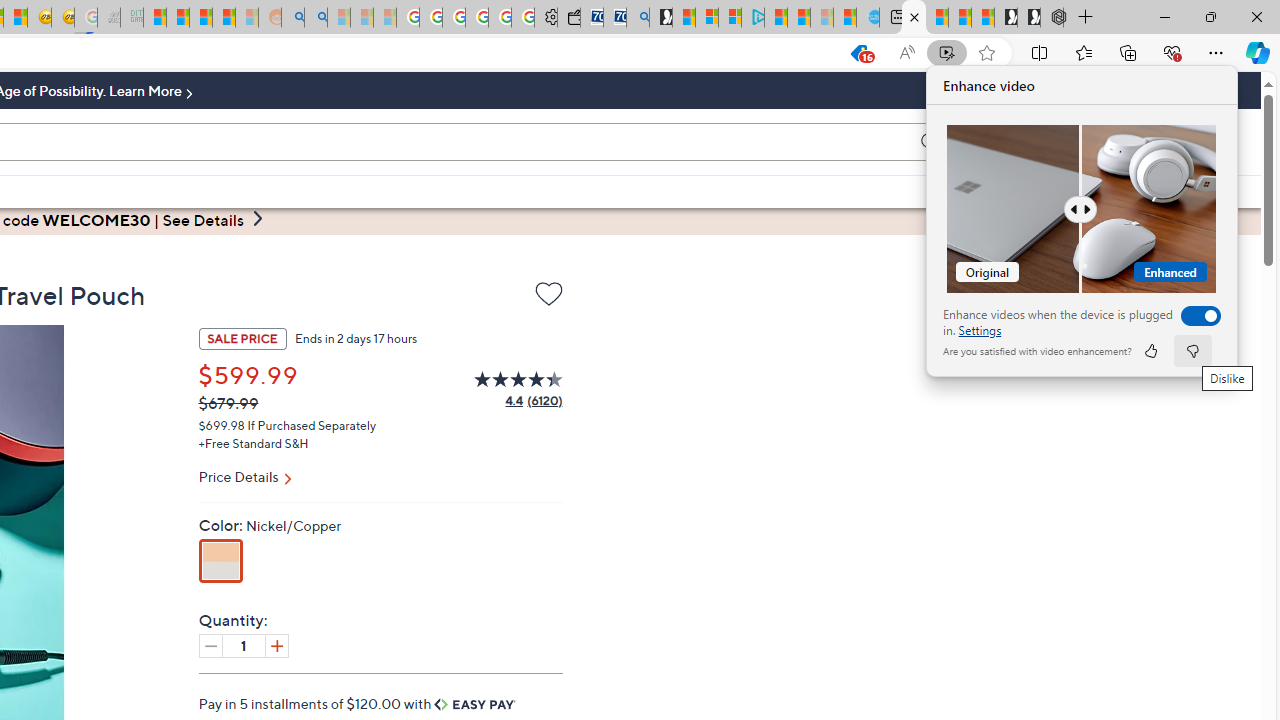 This screenshot has height=720, width=1280. I want to click on 'Pay in 5 installments of $120.00 with Easy Pay', so click(357, 702).